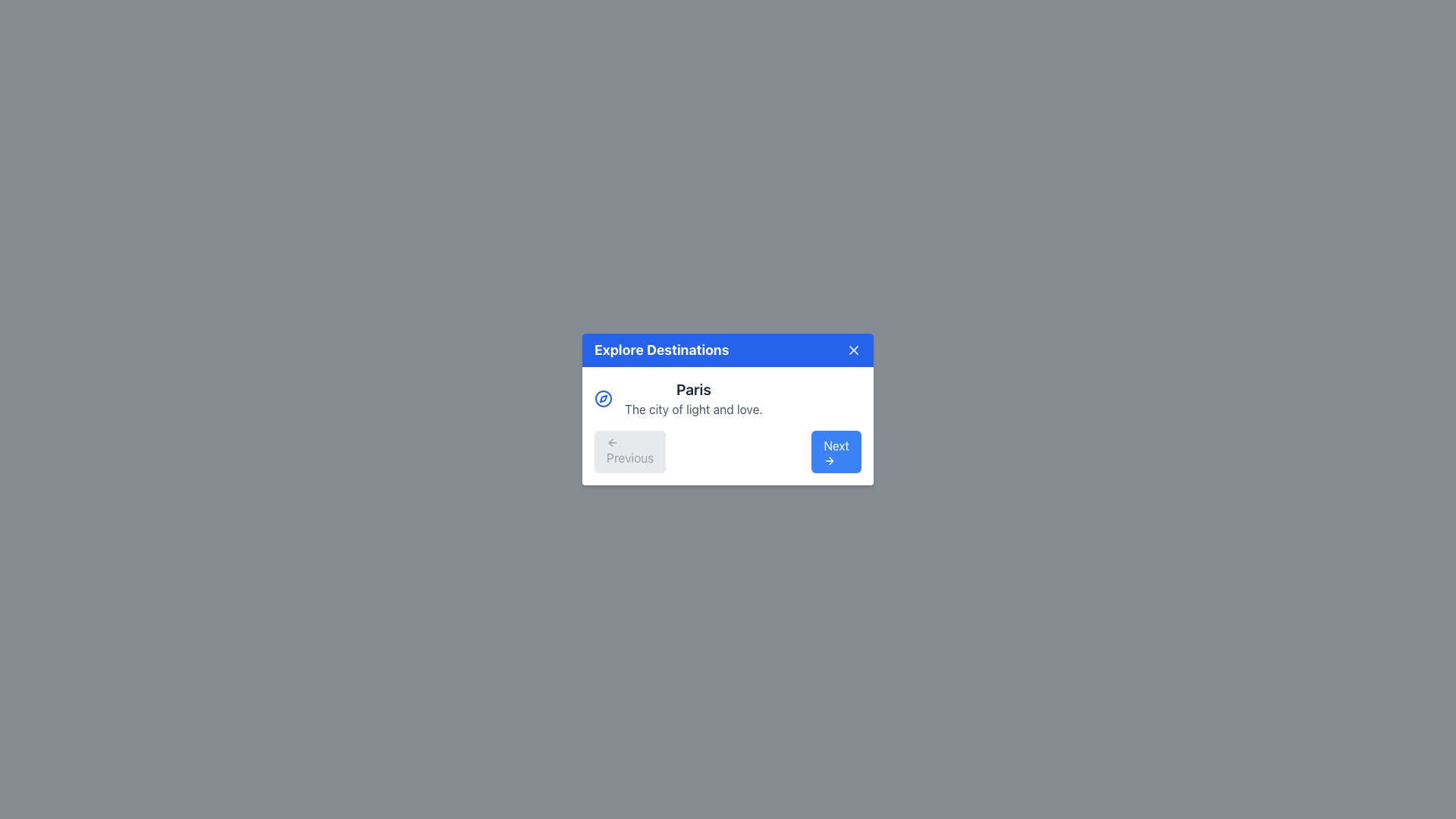 The height and width of the screenshot is (819, 1456). What do you see at coordinates (692, 397) in the screenshot?
I see `descriptive text content located in the center of the 'Explore Destinations' card interface, positioned just below the header between a circular icon and a 'Next' button` at bounding box center [692, 397].